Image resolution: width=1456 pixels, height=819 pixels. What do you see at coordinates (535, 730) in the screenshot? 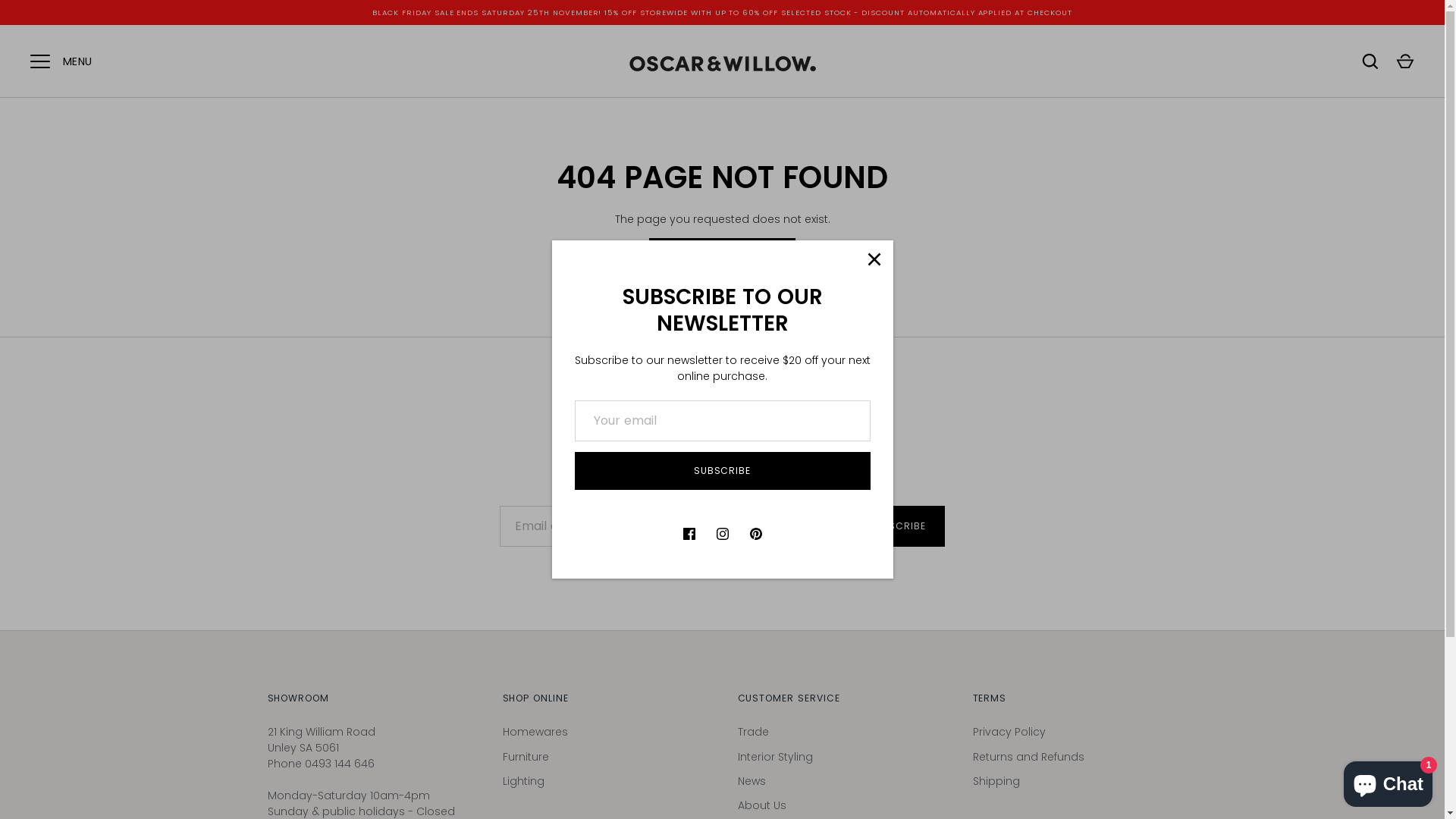
I see `'Homewares'` at bounding box center [535, 730].